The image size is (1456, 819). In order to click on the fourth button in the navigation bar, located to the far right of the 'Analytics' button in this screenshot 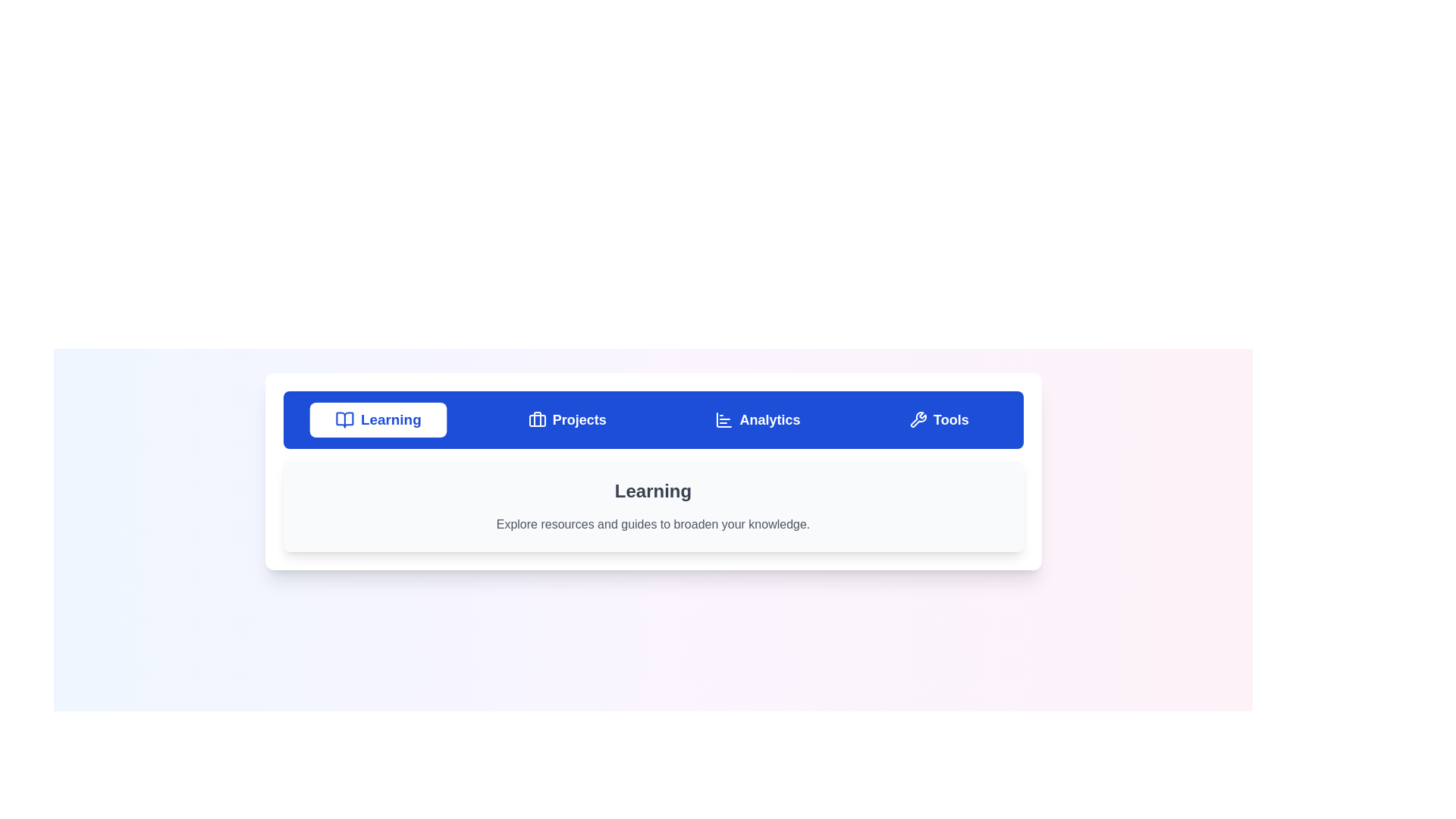, I will do `click(938, 420)`.